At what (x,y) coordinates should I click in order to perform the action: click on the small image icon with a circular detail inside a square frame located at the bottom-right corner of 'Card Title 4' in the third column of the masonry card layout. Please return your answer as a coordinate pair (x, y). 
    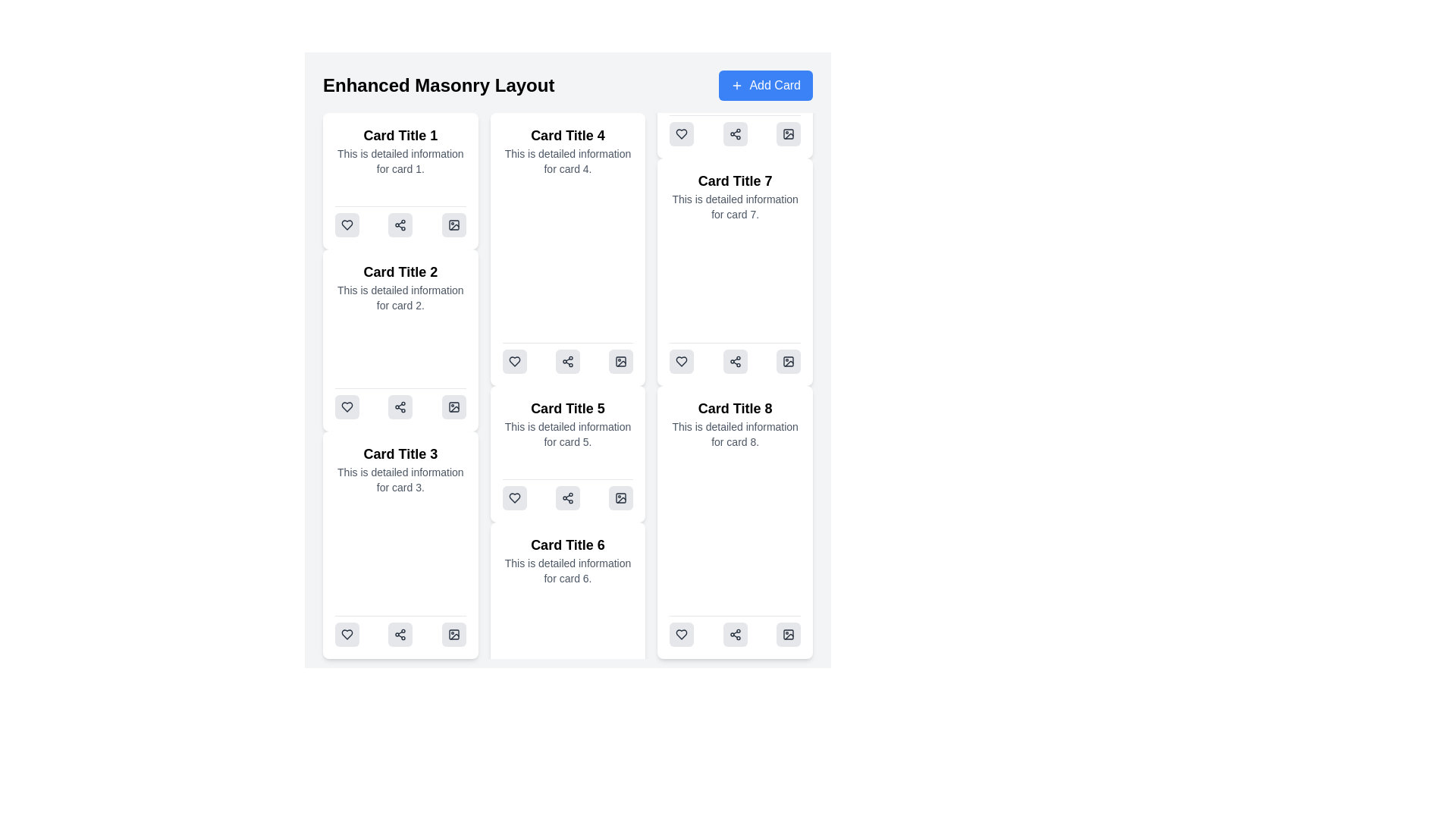
    Looking at the image, I should click on (621, 362).